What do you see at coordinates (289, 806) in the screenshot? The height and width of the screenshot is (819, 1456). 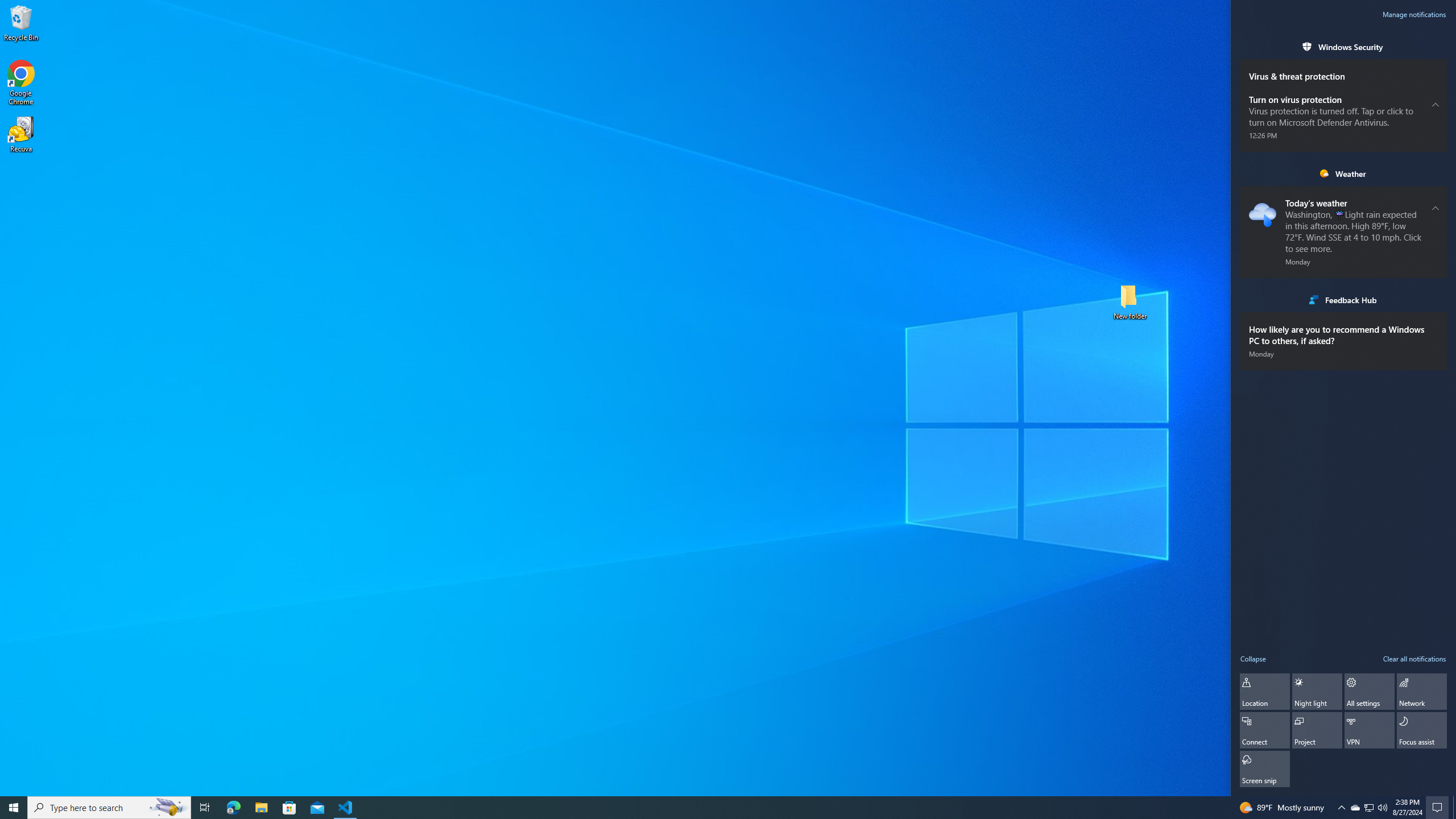 I see `'Microsoft Store'` at bounding box center [289, 806].